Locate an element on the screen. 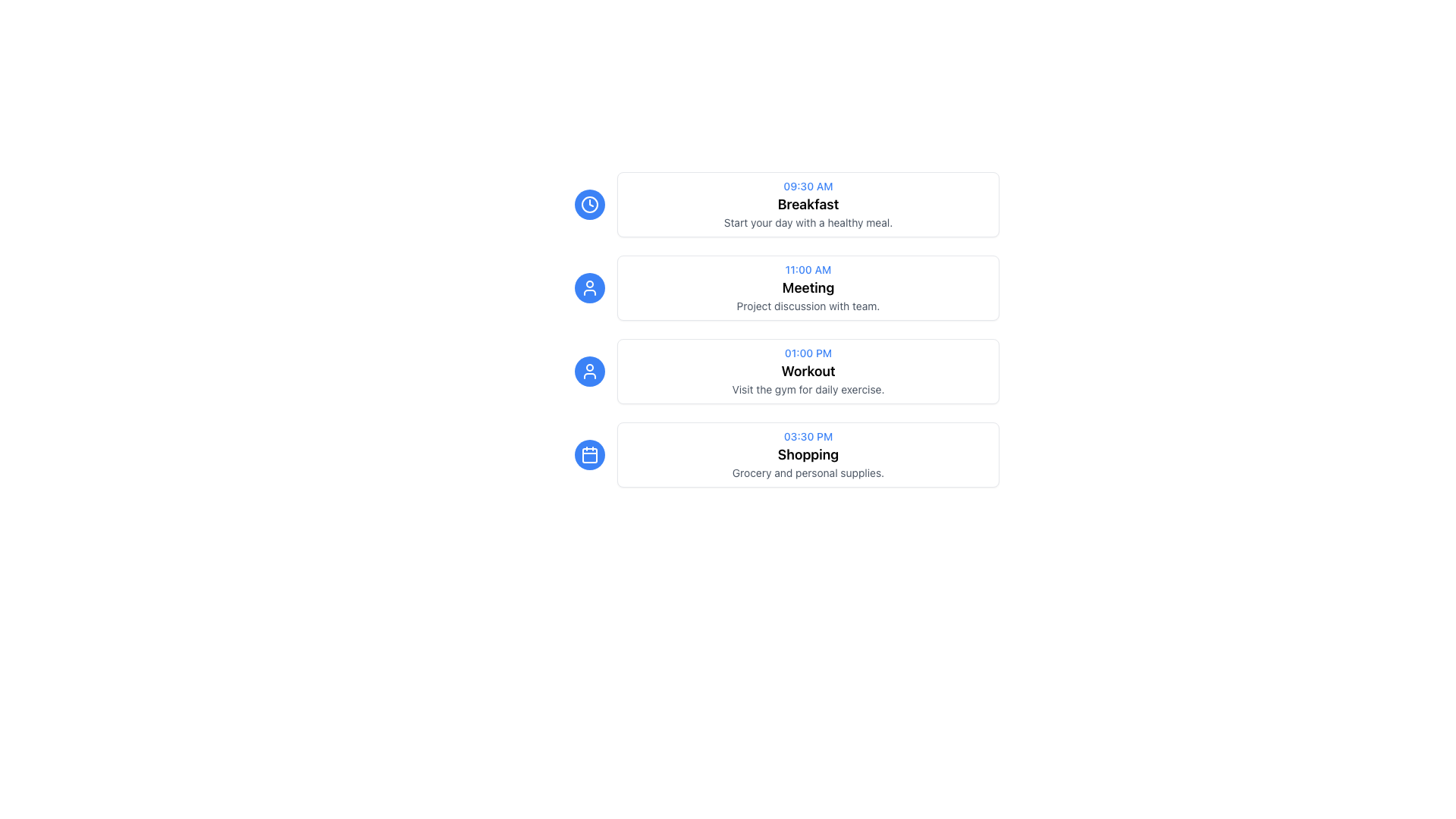 This screenshot has height=819, width=1456. graphical properties of the blue circular element resembling a clock icon, which is the first in a vertical list of icons on the left side of the interface is located at coordinates (588, 205).